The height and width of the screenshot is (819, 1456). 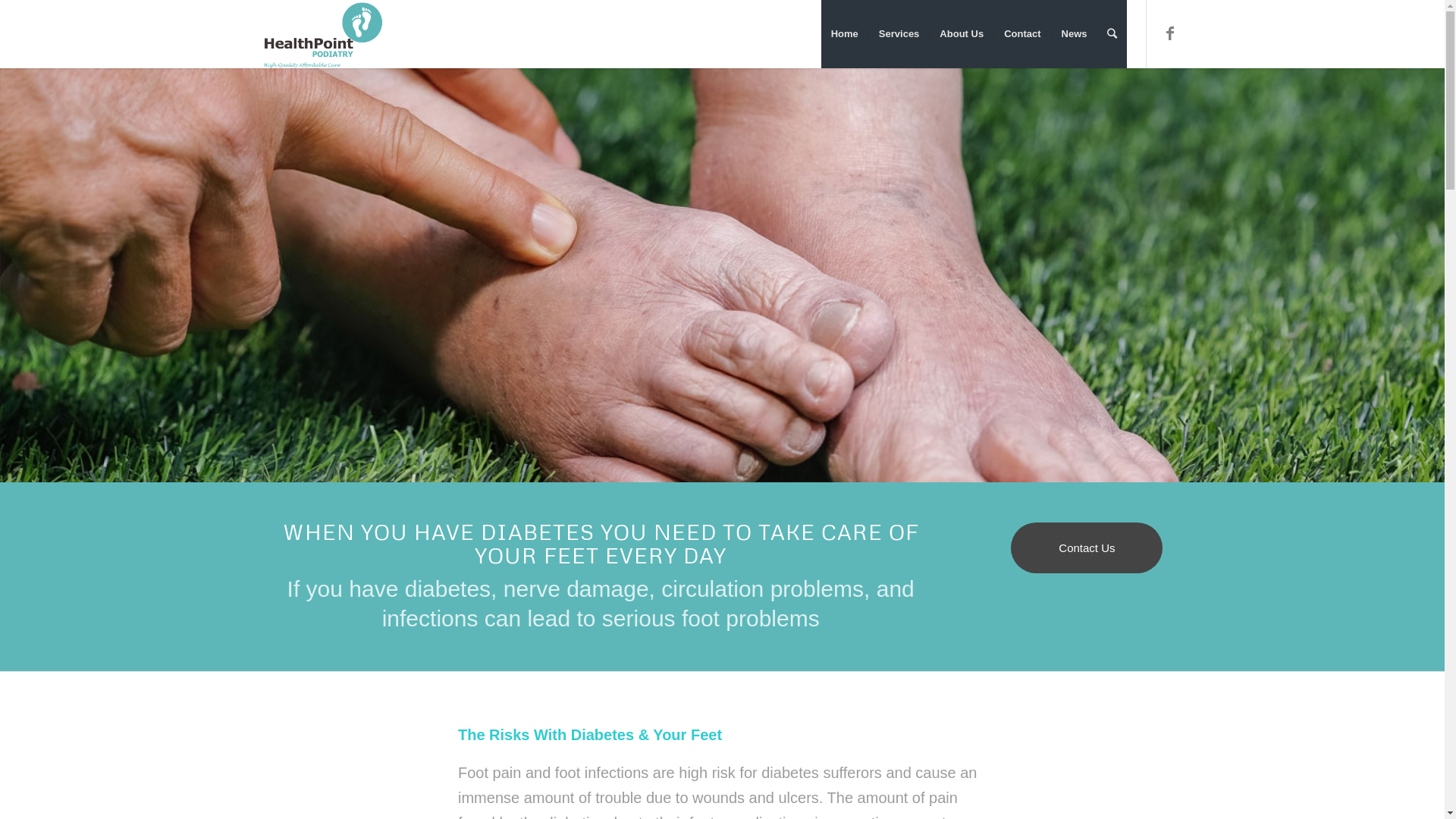 I want to click on 'Contact Us', so click(x=1086, y=548).